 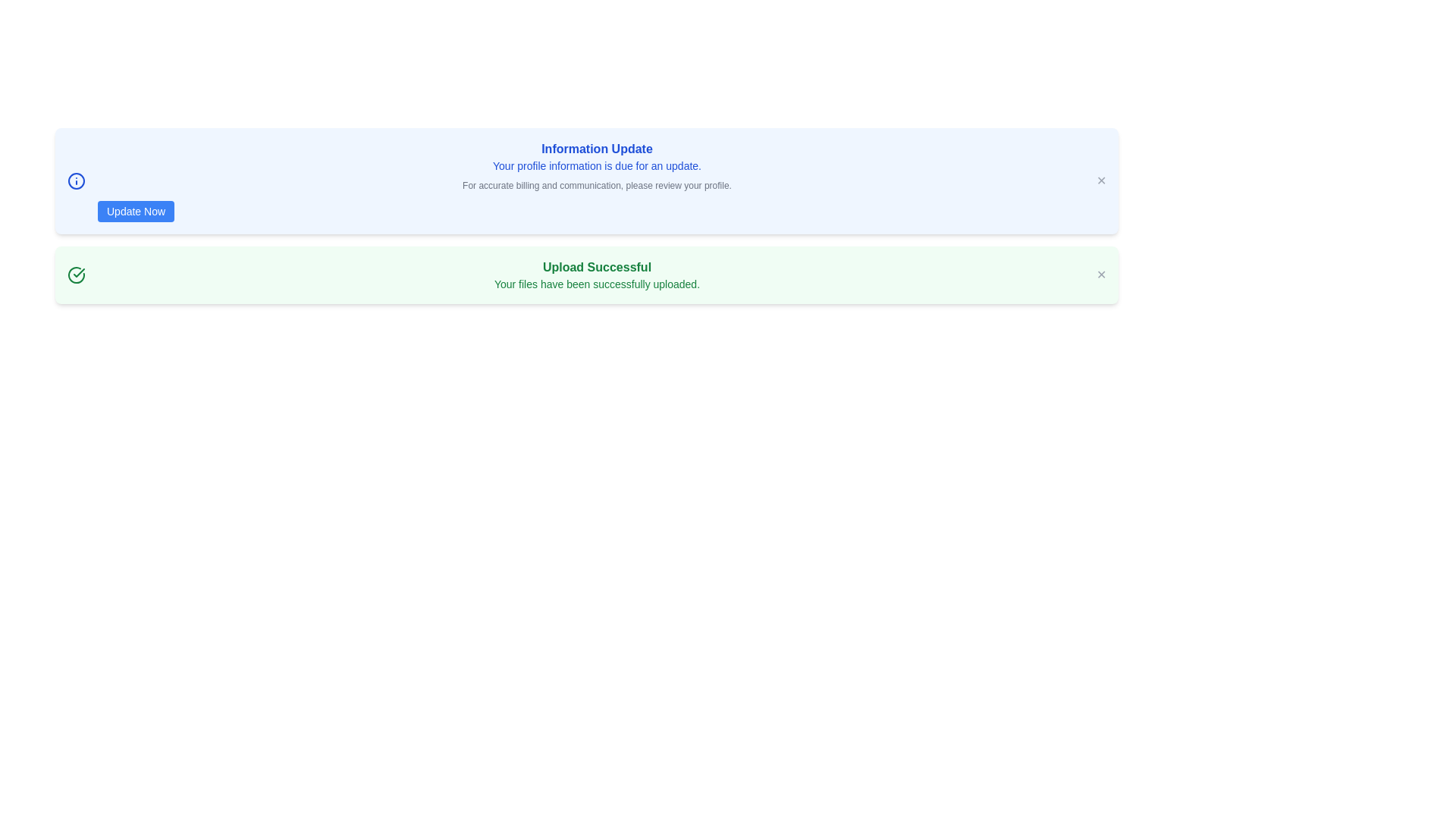 What do you see at coordinates (596, 284) in the screenshot?
I see `informational text element that contains the message 'Your files have been successfully uploaded.' which is styled in light green and positioned below the 'Upload Successful' heading` at bounding box center [596, 284].